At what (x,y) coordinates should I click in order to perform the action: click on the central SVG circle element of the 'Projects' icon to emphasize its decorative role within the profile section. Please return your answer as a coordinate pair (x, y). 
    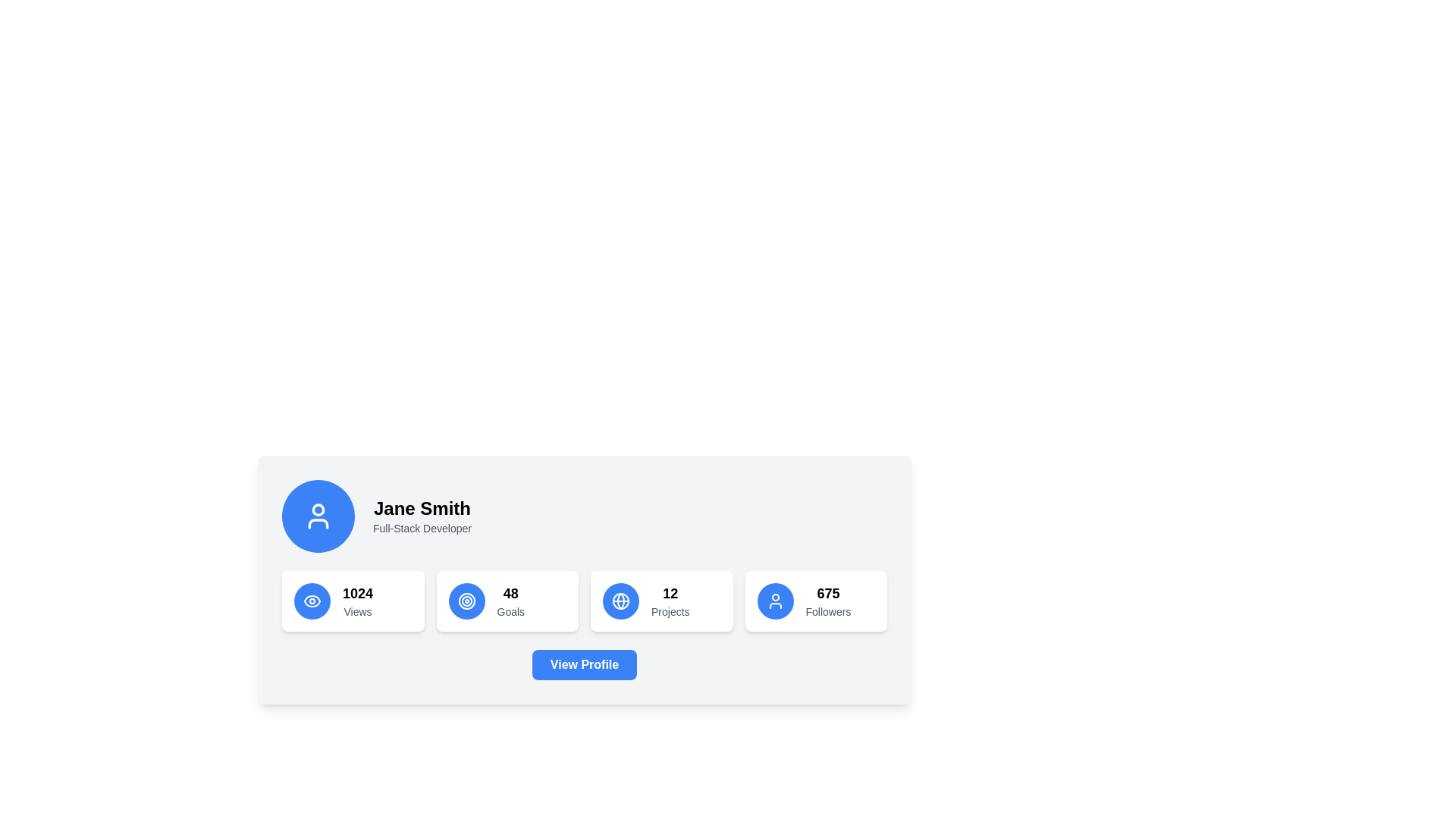
    Looking at the image, I should click on (621, 601).